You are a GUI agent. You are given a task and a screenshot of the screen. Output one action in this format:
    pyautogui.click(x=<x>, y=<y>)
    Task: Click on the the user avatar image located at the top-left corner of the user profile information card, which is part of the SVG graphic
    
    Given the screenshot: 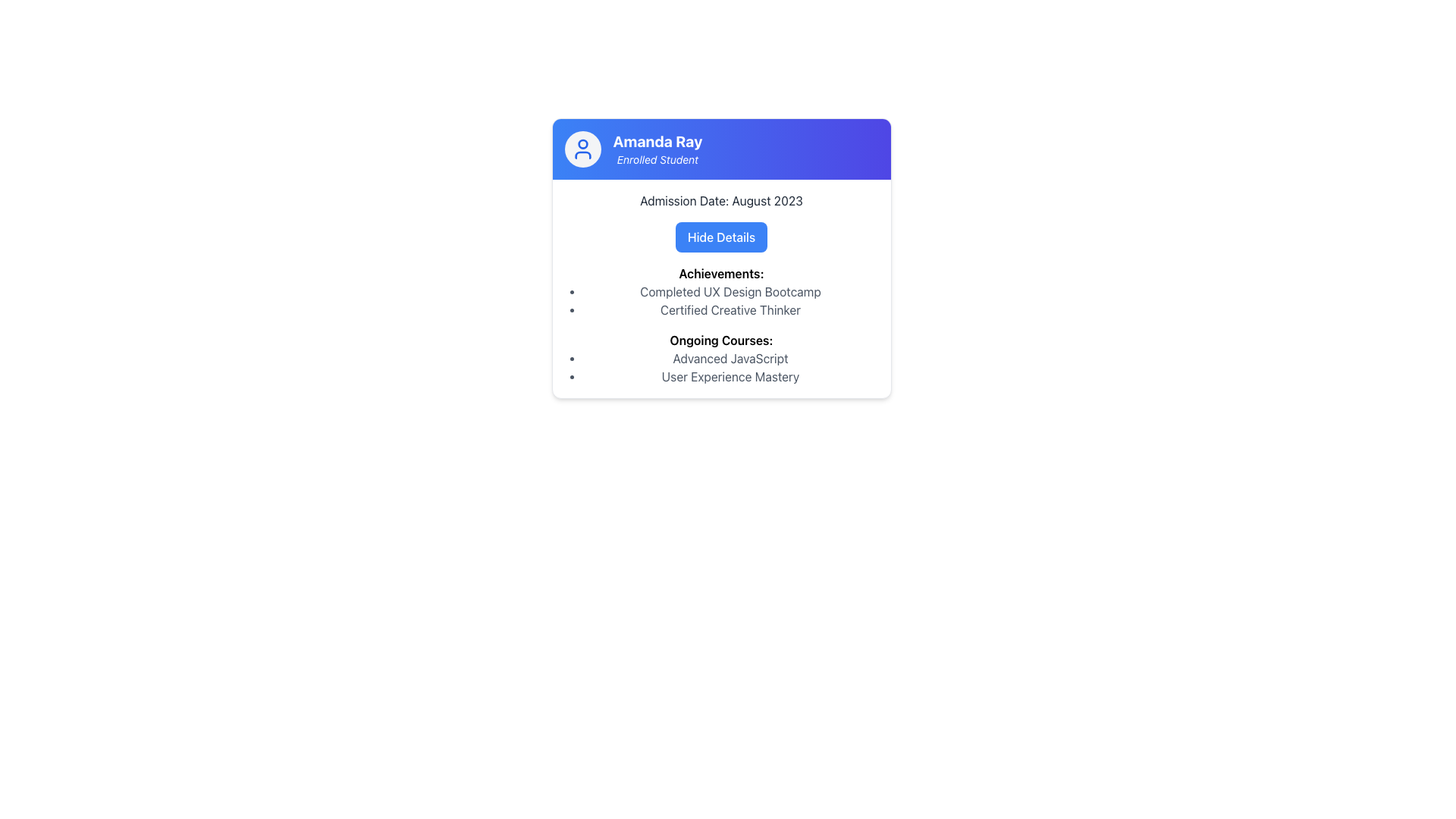 What is the action you would take?
    pyautogui.click(x=582, y=144)
    